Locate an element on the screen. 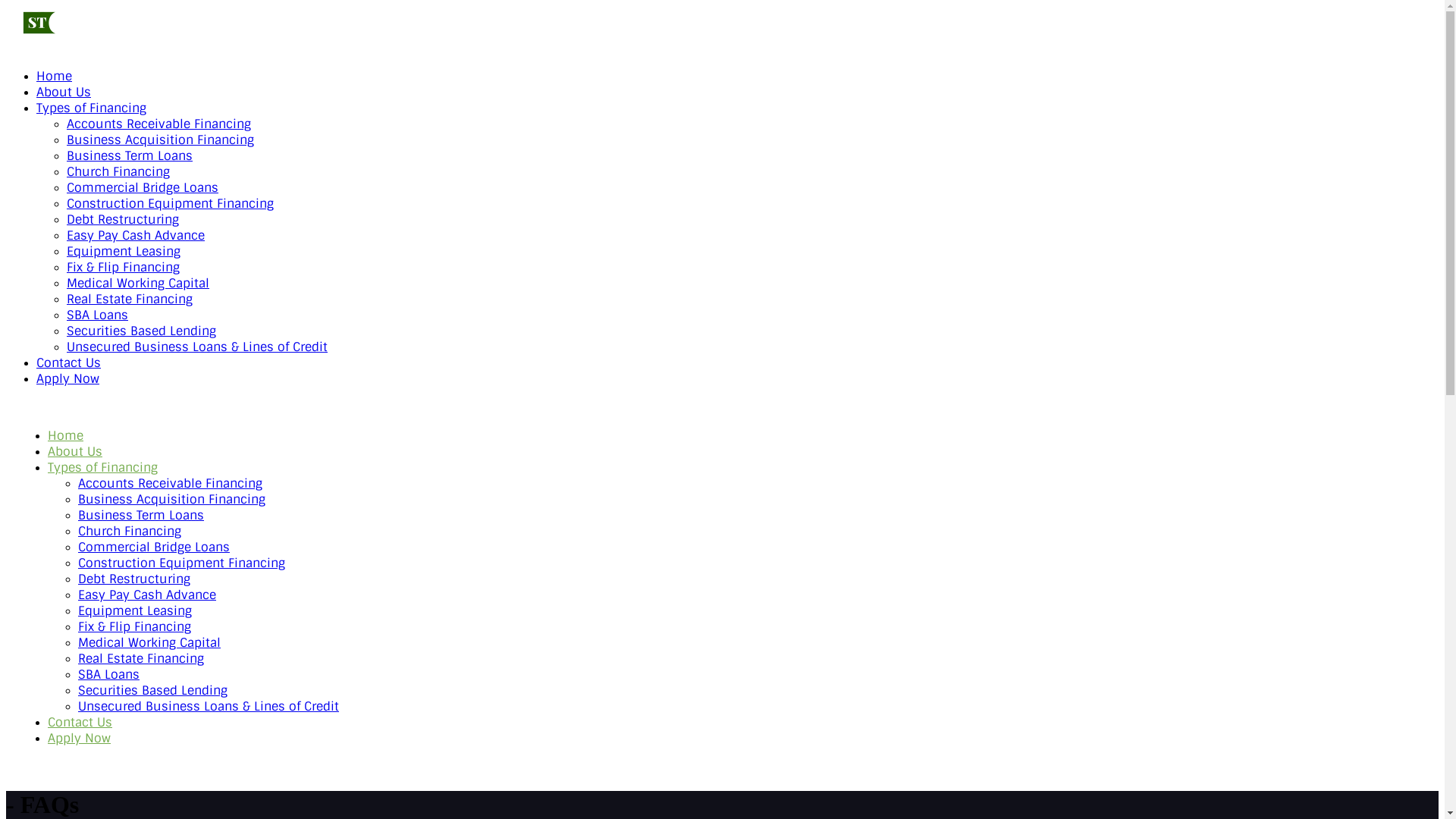 The height and width of the screenshot is (819, 1456). 'Types of Financing' is located at coordinates (102, 466).